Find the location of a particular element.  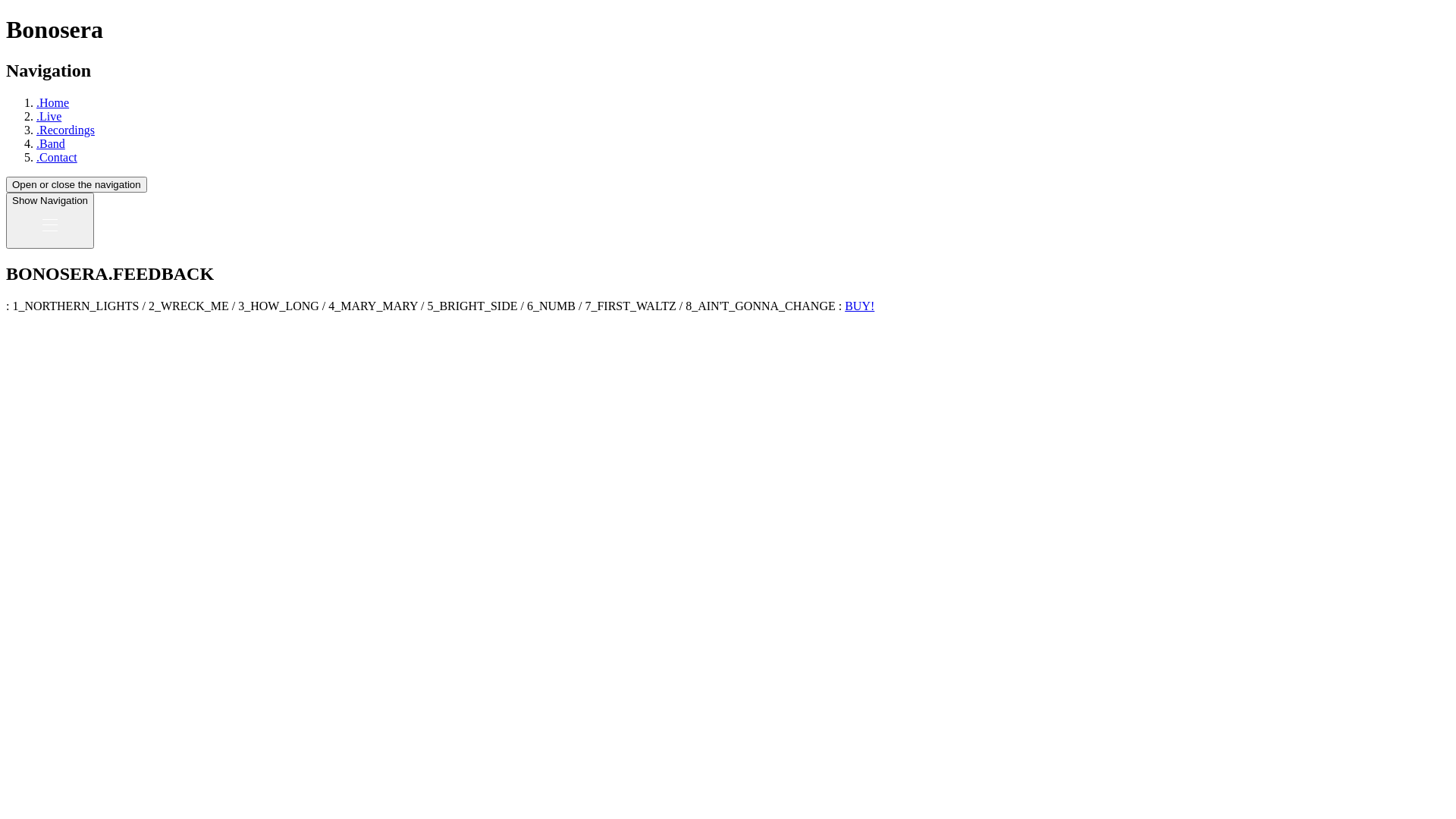

'.Recordings' is located at coordinates (64, 129).